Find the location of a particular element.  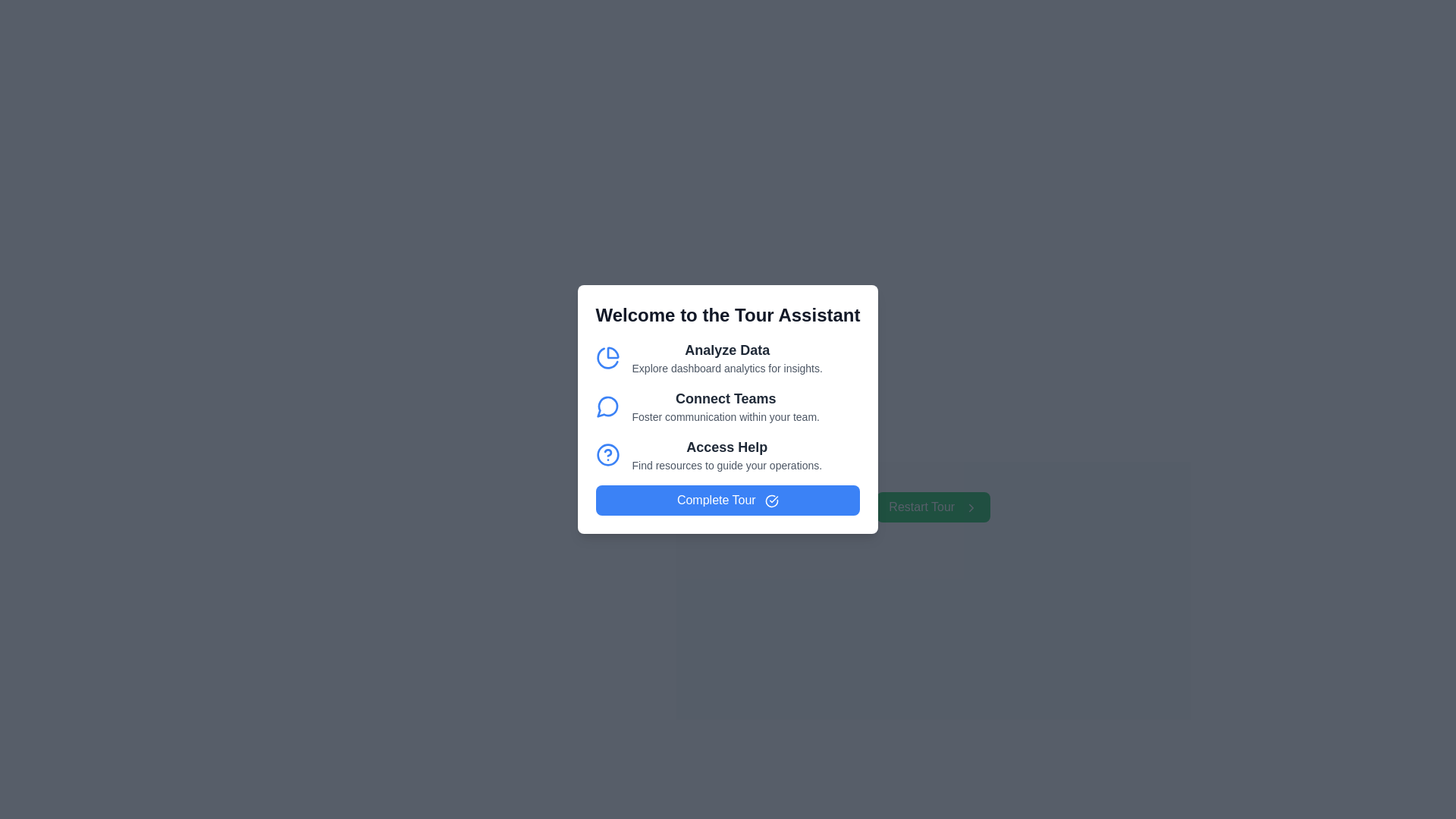

the vector graphic segment within the 'Complete Tour' button at the bottom of the modal dialog box, which is styled as a minimalistic icon adjacent to the text 'Complete Tour' is located at coordinates (772, 500).